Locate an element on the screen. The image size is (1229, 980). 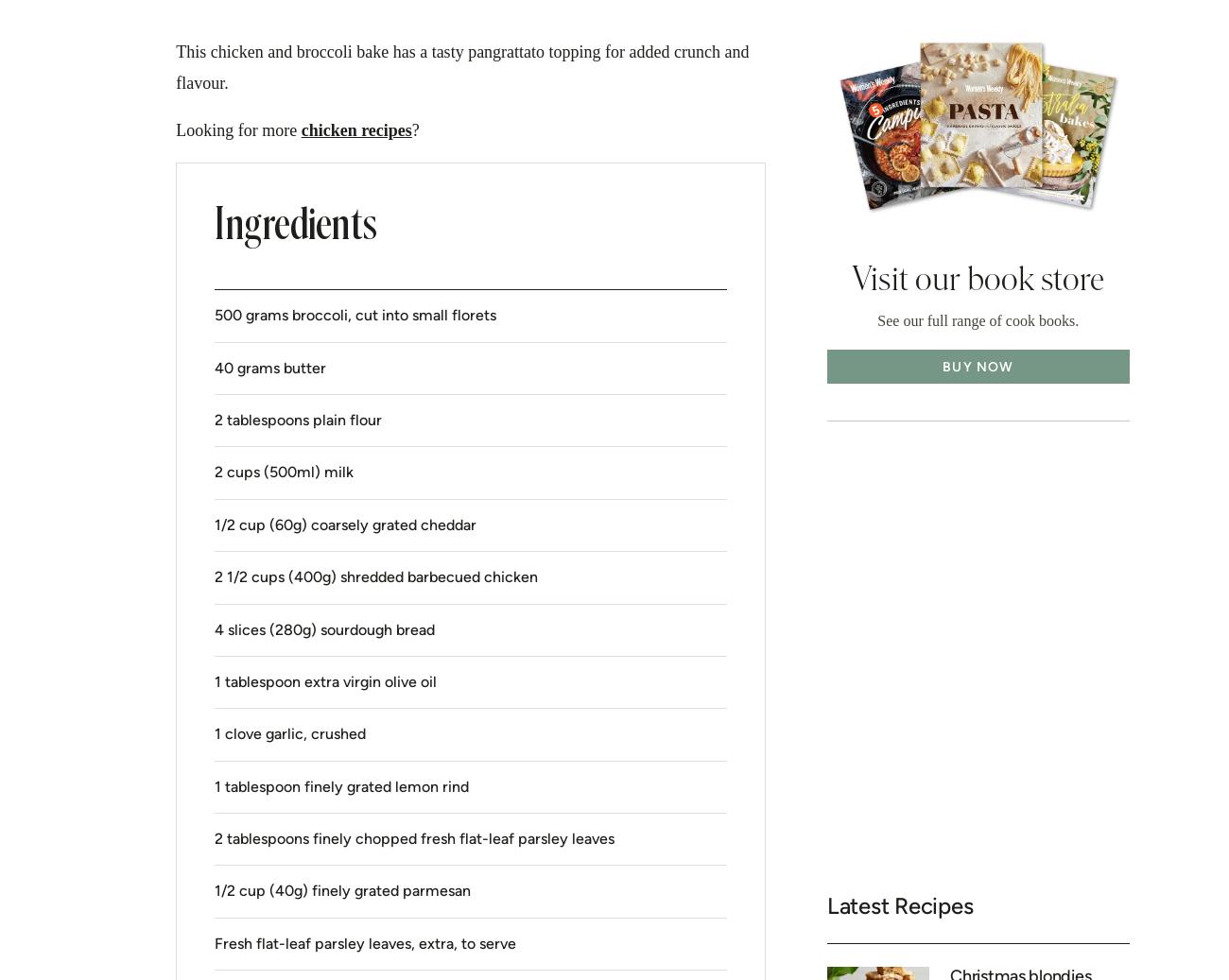
'1 tablespoon extra virgin olive oil' is located at coordinates (324, 680).